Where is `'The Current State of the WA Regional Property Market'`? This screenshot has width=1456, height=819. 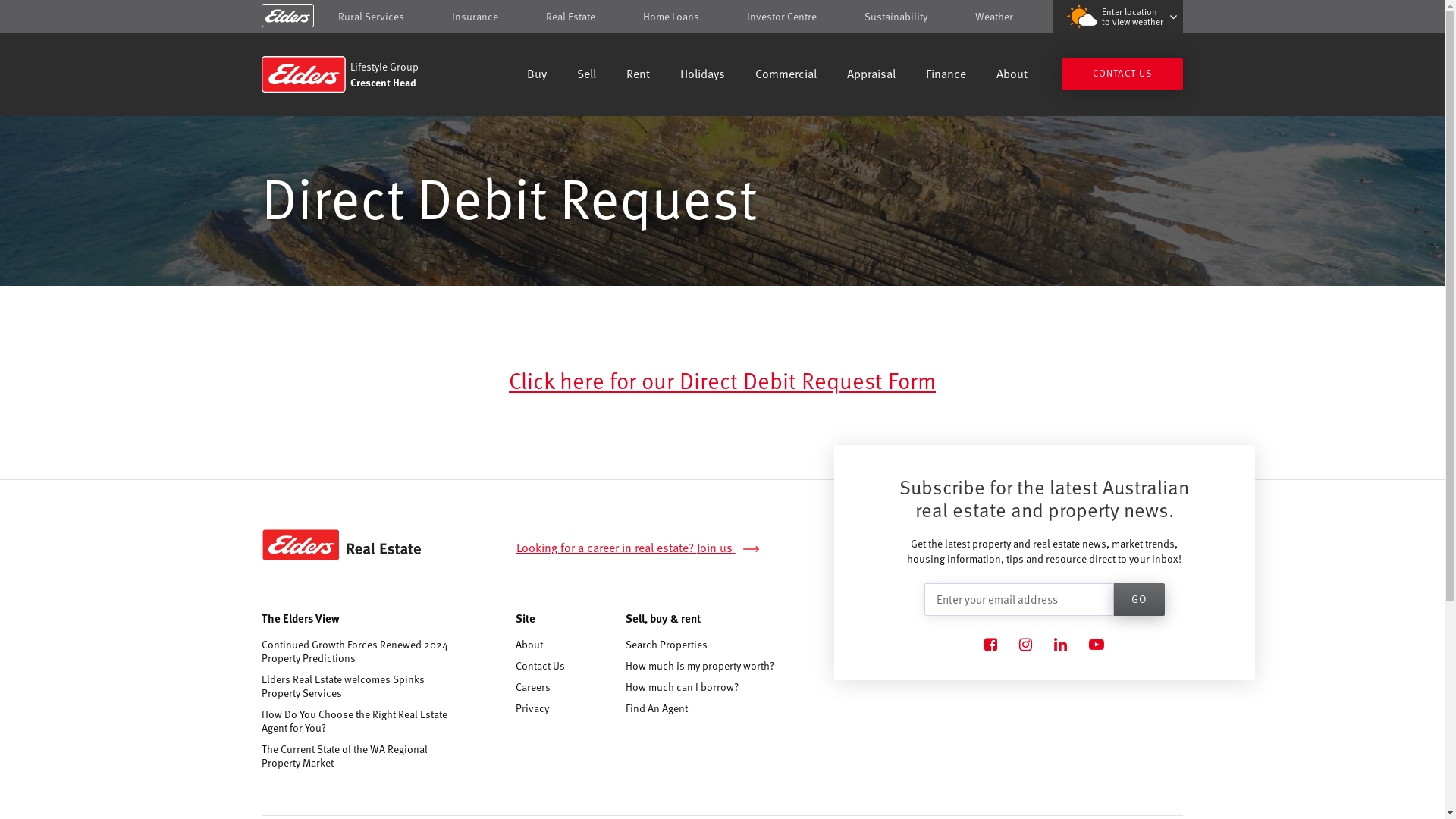 'The Current State of the WA Regional Property Market' is located at coordinates (357, 755).